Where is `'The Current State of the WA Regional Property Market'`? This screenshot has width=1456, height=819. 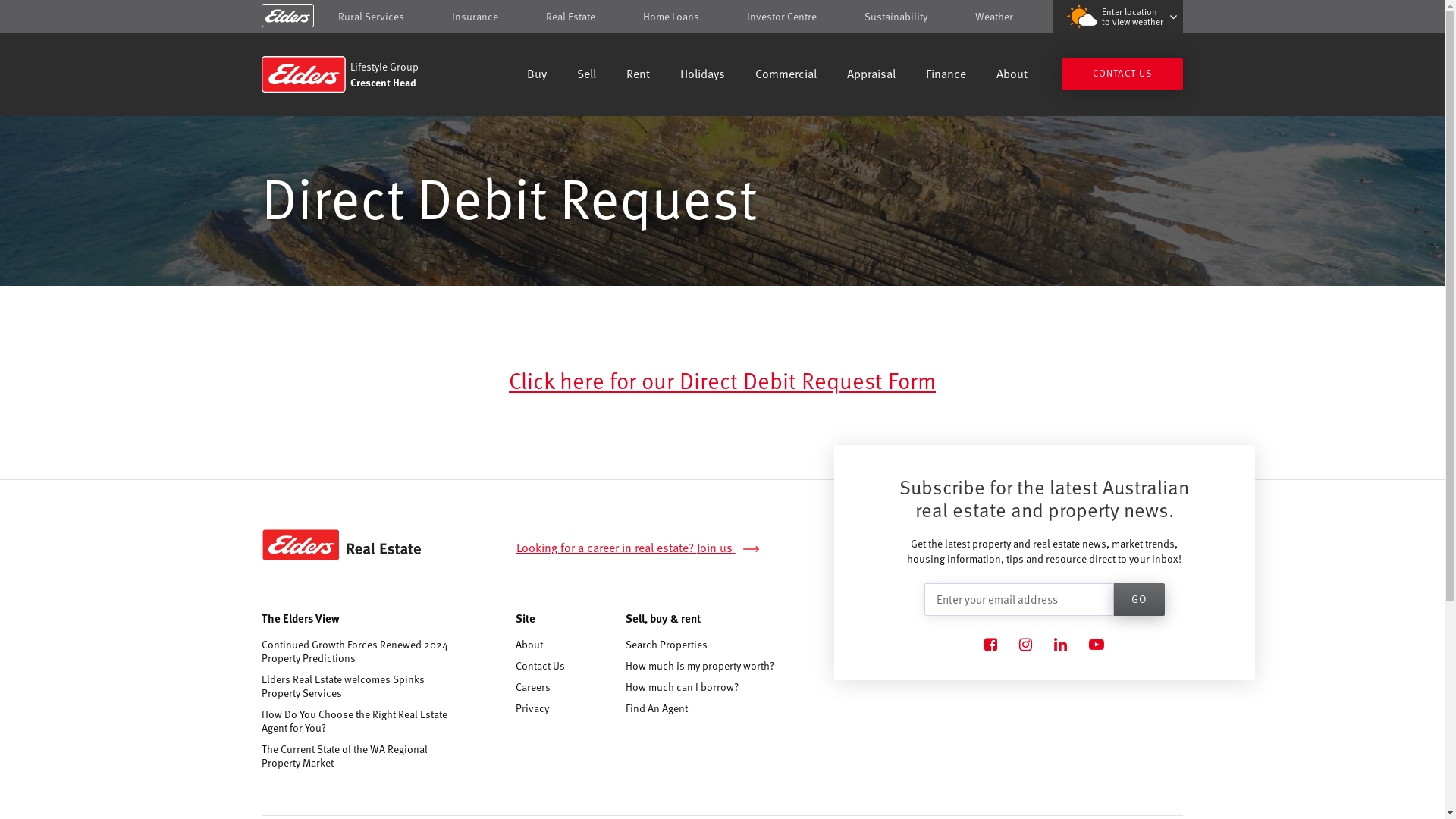 'The Current State of the WA Regional Property Market' is located at coordinates (357, 755).